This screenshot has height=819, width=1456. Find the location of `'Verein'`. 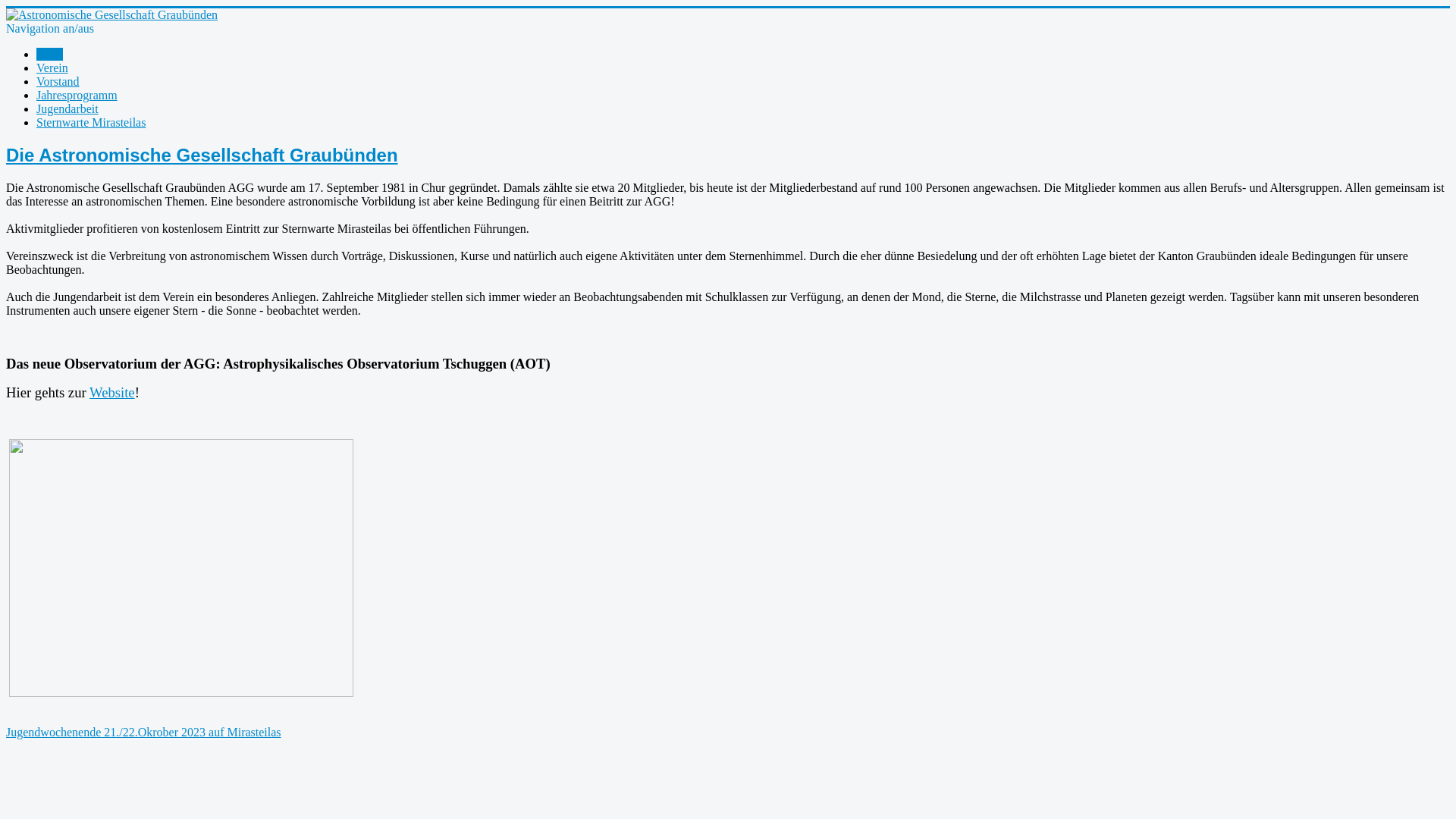

'Verein' is located at coordinates (52, 67).